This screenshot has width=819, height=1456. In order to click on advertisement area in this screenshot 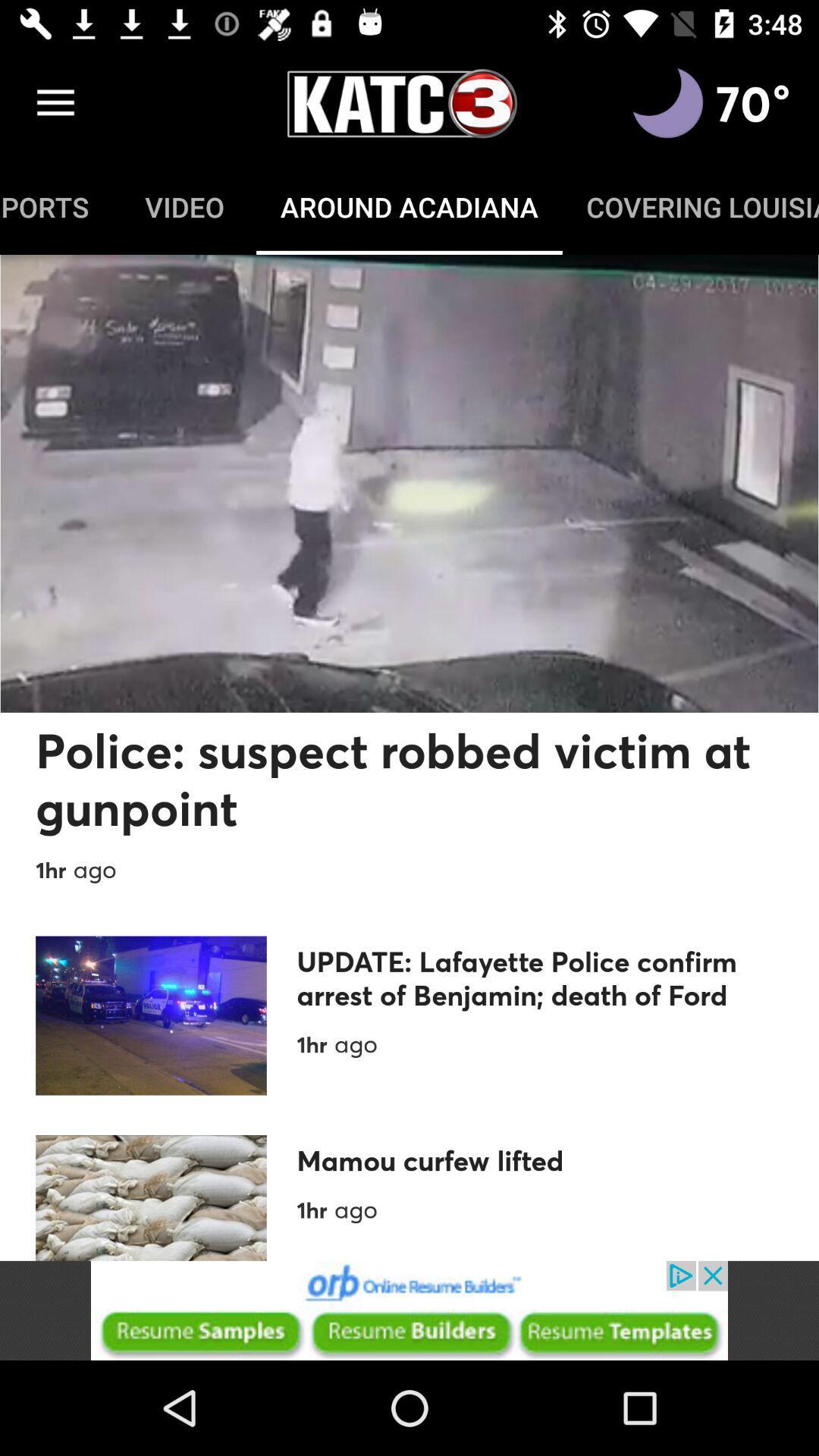, I will do `click(409, 1310)`.